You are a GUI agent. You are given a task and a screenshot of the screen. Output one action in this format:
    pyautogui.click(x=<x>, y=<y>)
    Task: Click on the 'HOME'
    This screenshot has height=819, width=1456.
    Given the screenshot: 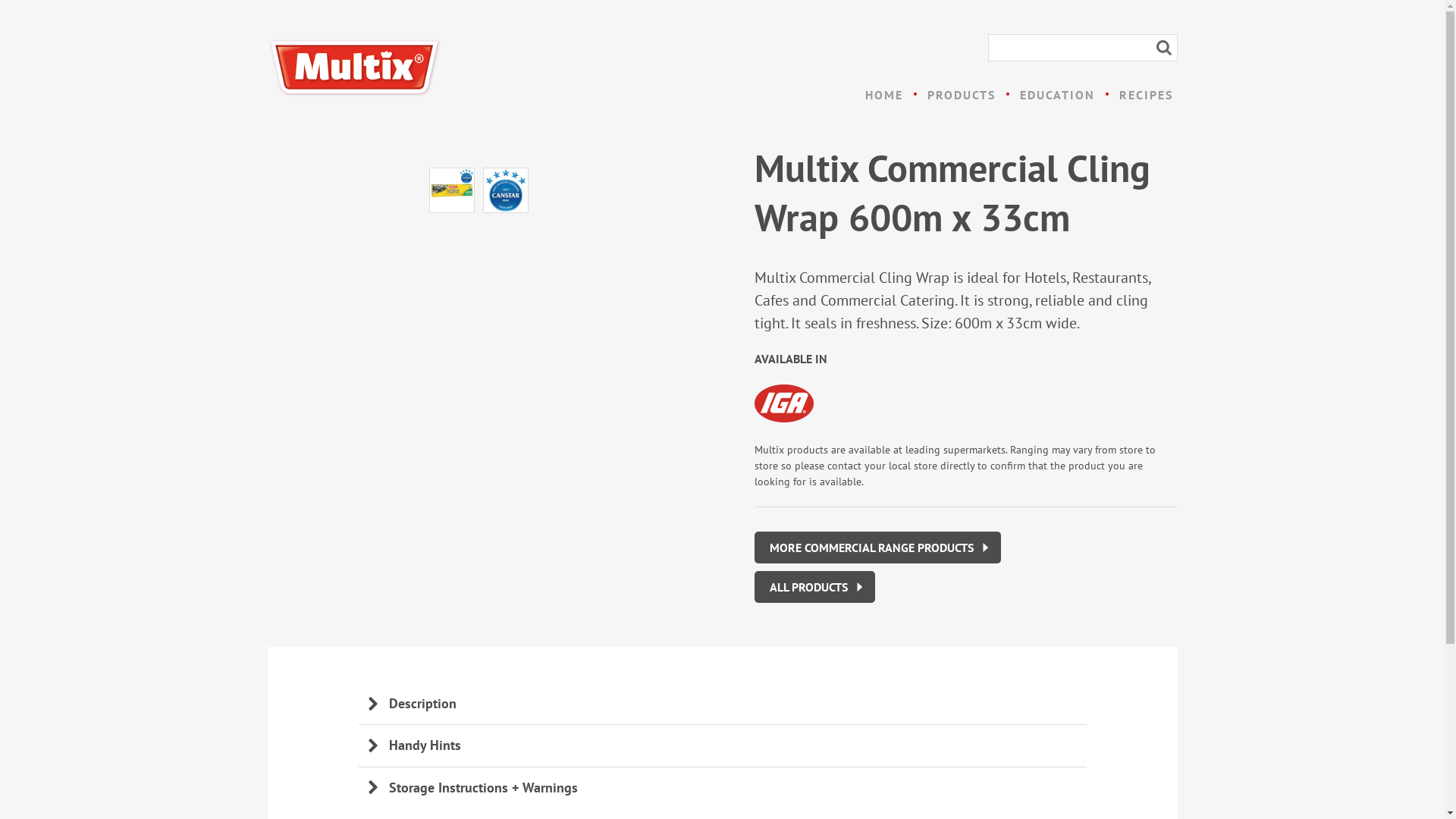 What is the action you would take?
    pyautogui.click(x=883, y=94)
    